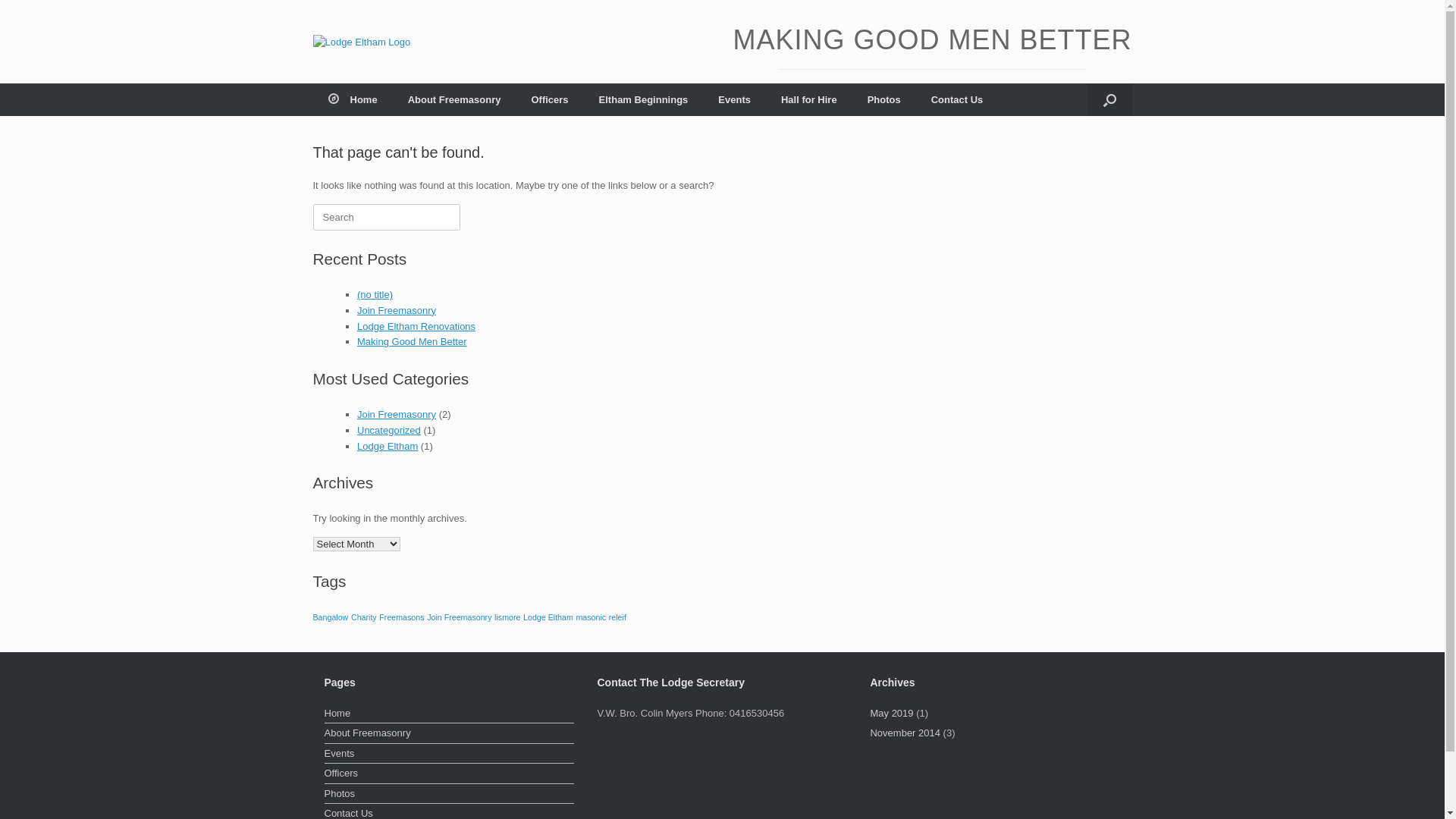  I want to click on 'November 2014', so click(905, 732).